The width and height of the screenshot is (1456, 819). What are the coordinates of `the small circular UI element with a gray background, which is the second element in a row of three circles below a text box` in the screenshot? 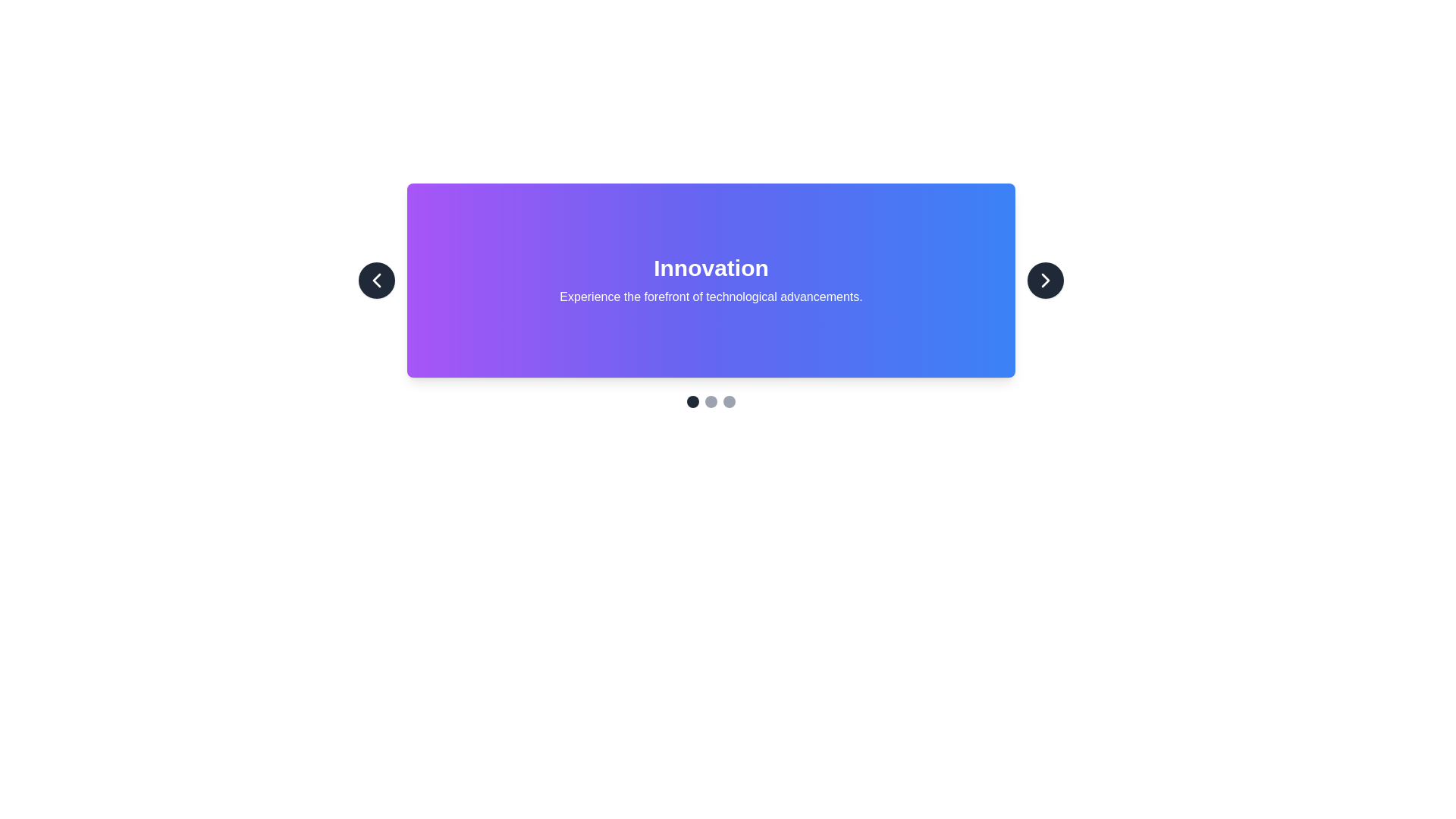 It's located at (710, 400).